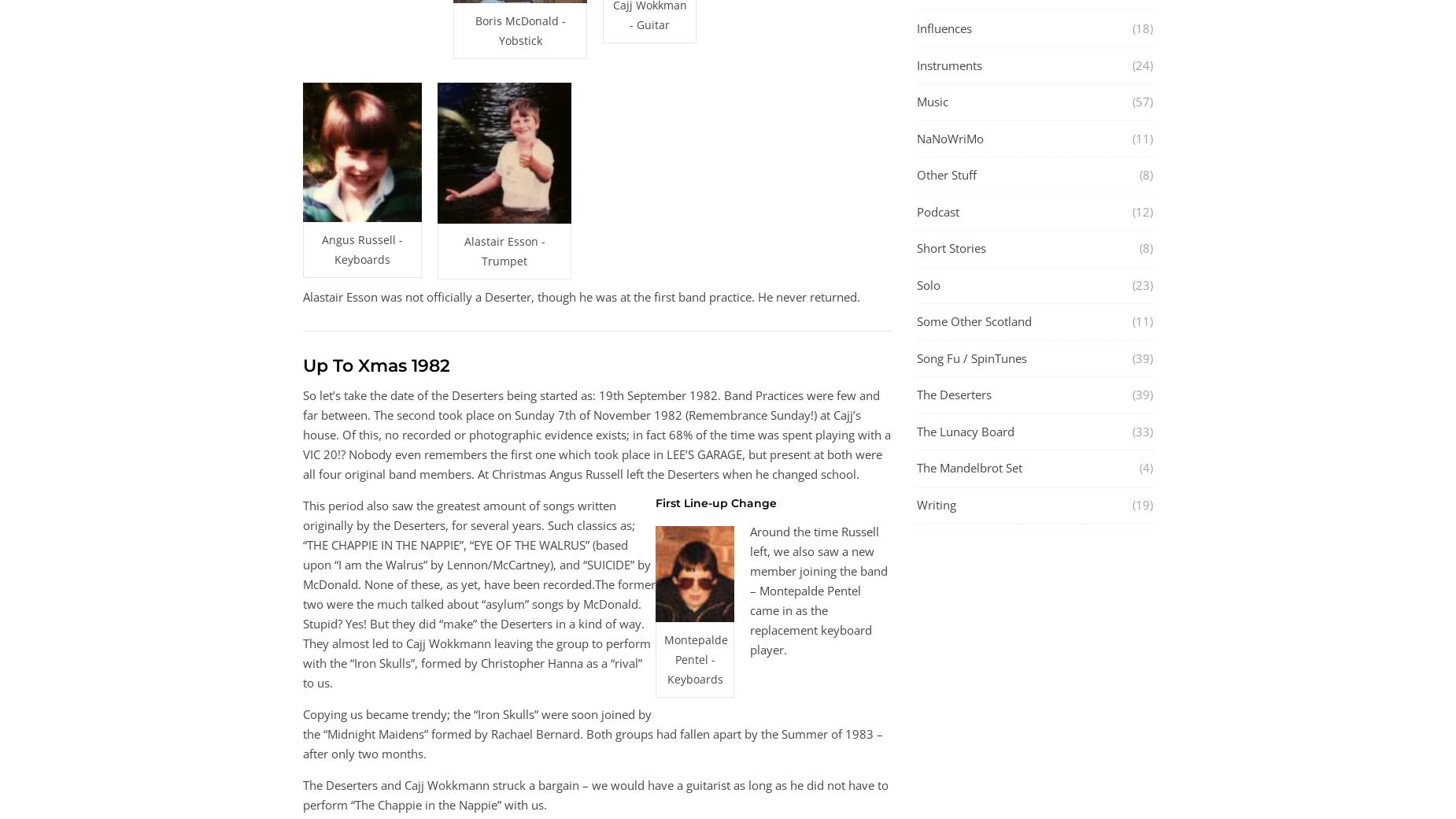  What do you see at coordinates (597, 432) in the screenshot?
I see `'So let’s take the date of the Deserters being started as: 19th September 1982. Band Practices were few and far between. The second took place on Sunday 7th of November 1982 (Remembrance Sunday!) at Cajj’s house. Of this, no recorded or photographic evidence exists; in fact 68% of the time was spent playing with a VIC 20!? Nobody even remembers the first one which took place in LEE’S GARAGE, but present at both were all four original band members. At Christmas Angus Russell left the Deserters when he changed school.'` at bounding box center [597, 432].